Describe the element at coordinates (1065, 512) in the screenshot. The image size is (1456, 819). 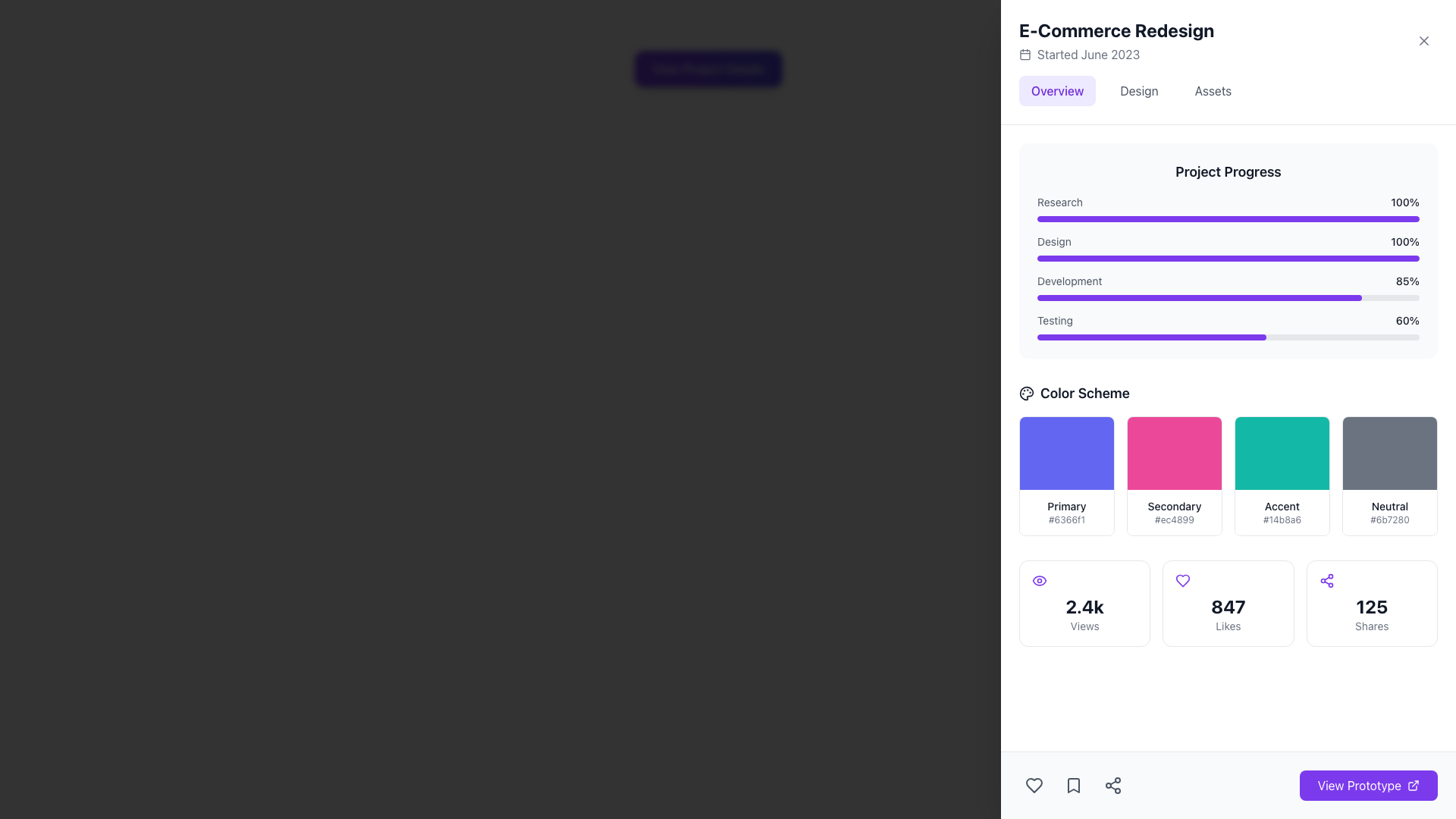
I see `text of the label displaying the color name 'Primary' and the hexadecimal code '#6366f1', located in the 'Color Scheme' section, beneath the purple-filled rectangular area` at that location.